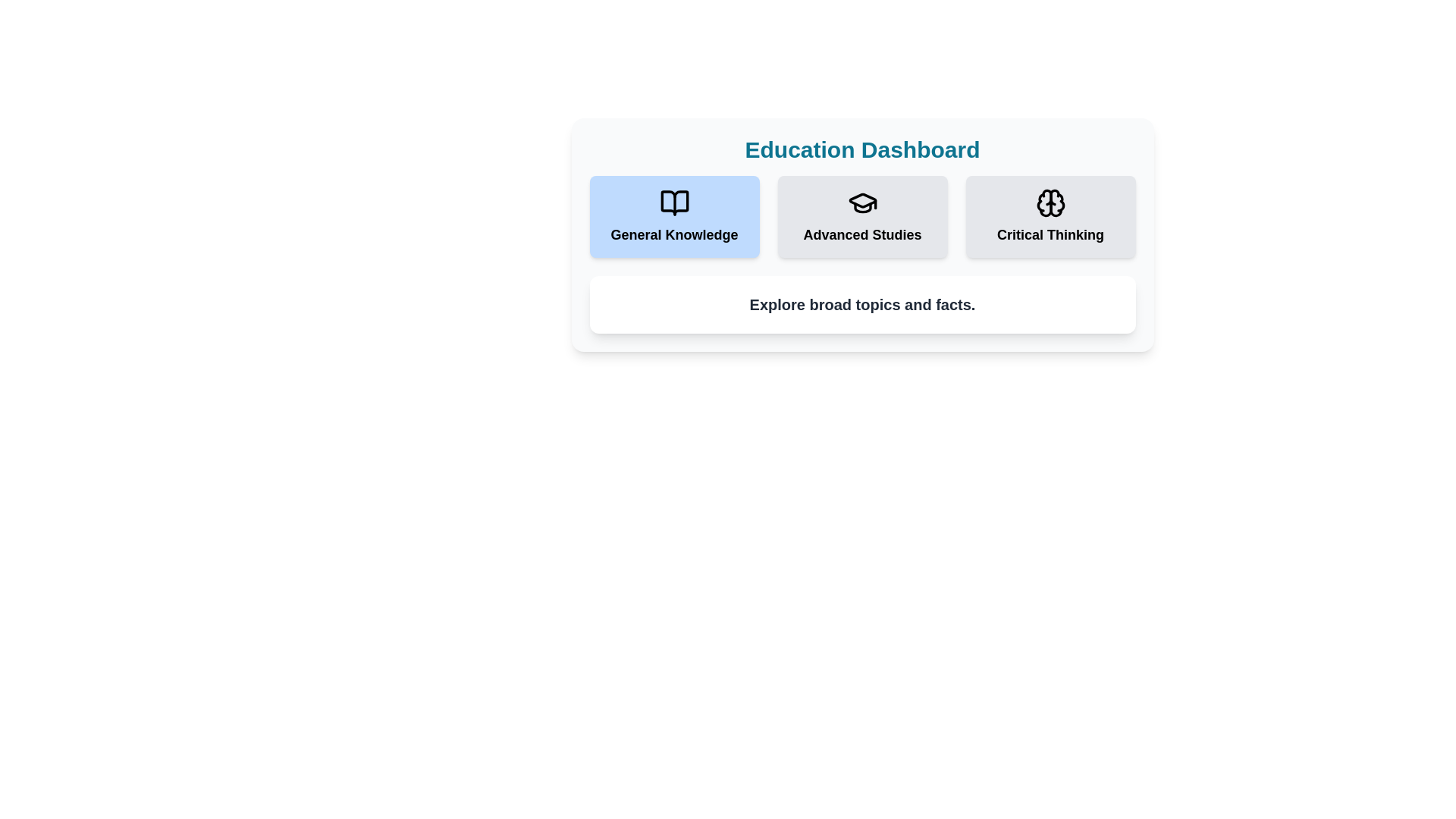  What do you see at coordinates (862, 216) in the screenshot?
I see `the category Advanced Studies by clicking its corresponding button` at bounding box center [862, 216].